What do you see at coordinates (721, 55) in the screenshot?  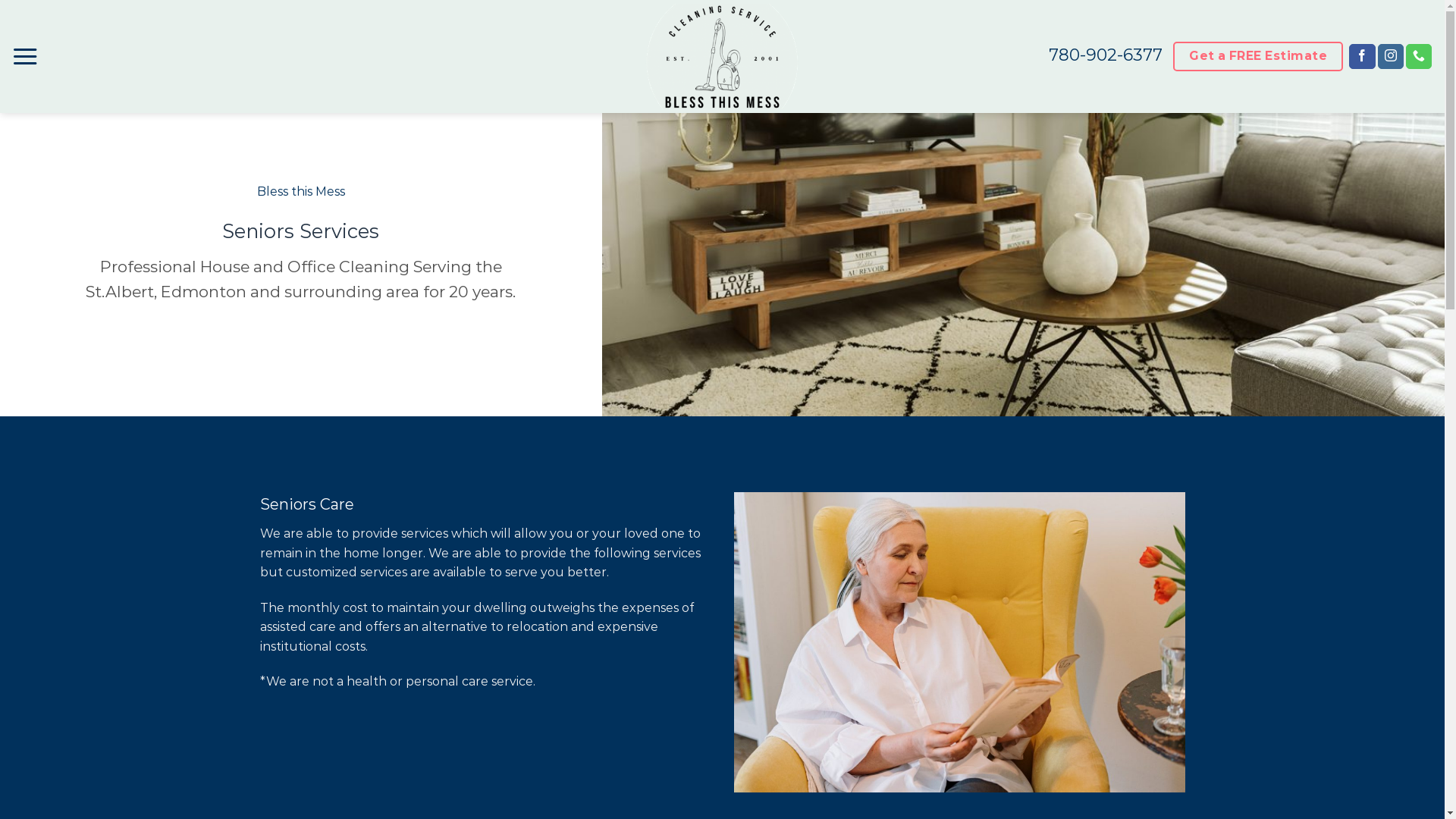 I see `'Bless This Mess - Committed to Professional Cleaning'` at bounding box center [721, 55].